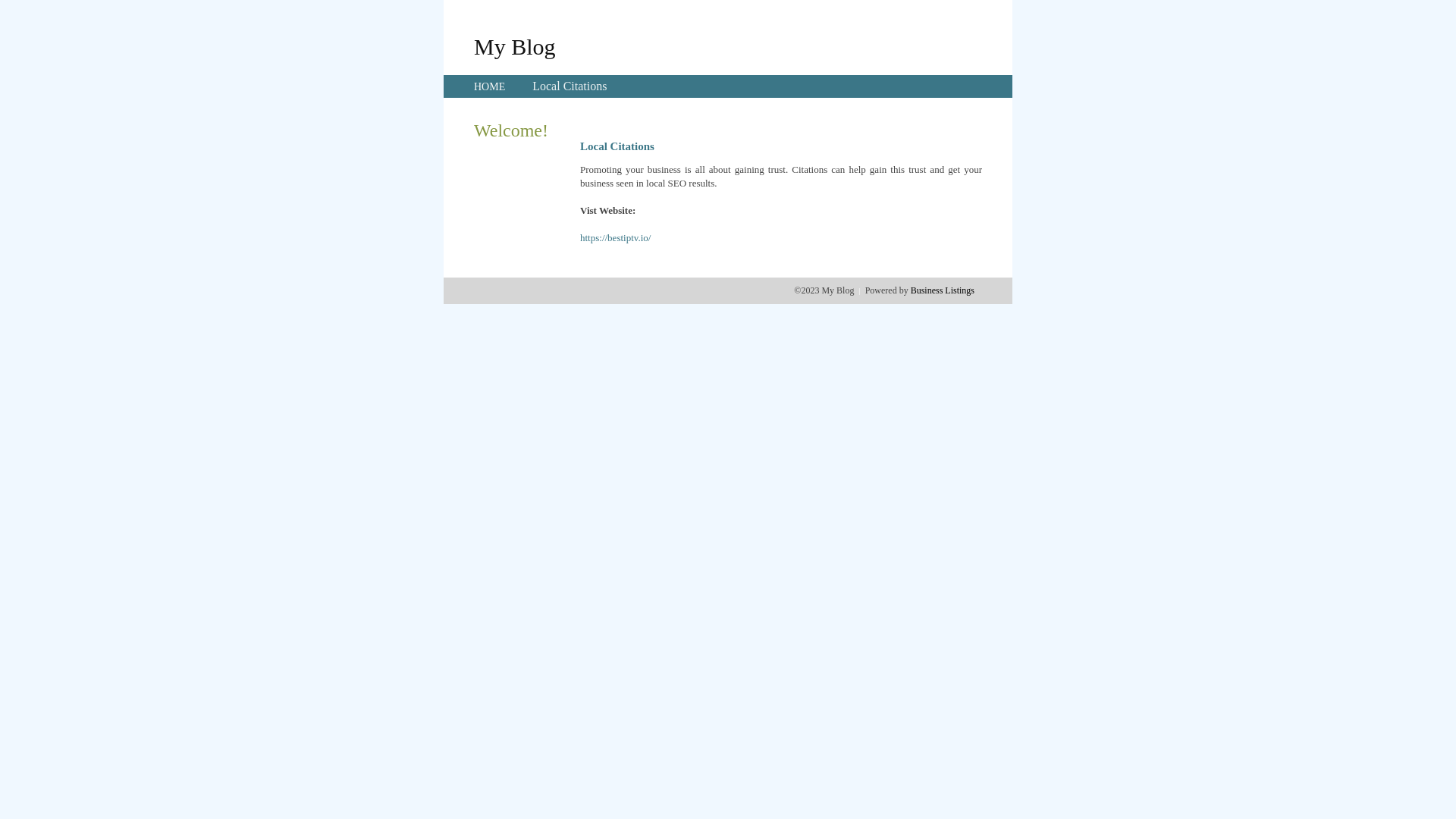 This screenshot has width=1456, height=819. Describe the element at coordinates (942, 290) in the screenshot. I see `'Business Listings'` at that location.